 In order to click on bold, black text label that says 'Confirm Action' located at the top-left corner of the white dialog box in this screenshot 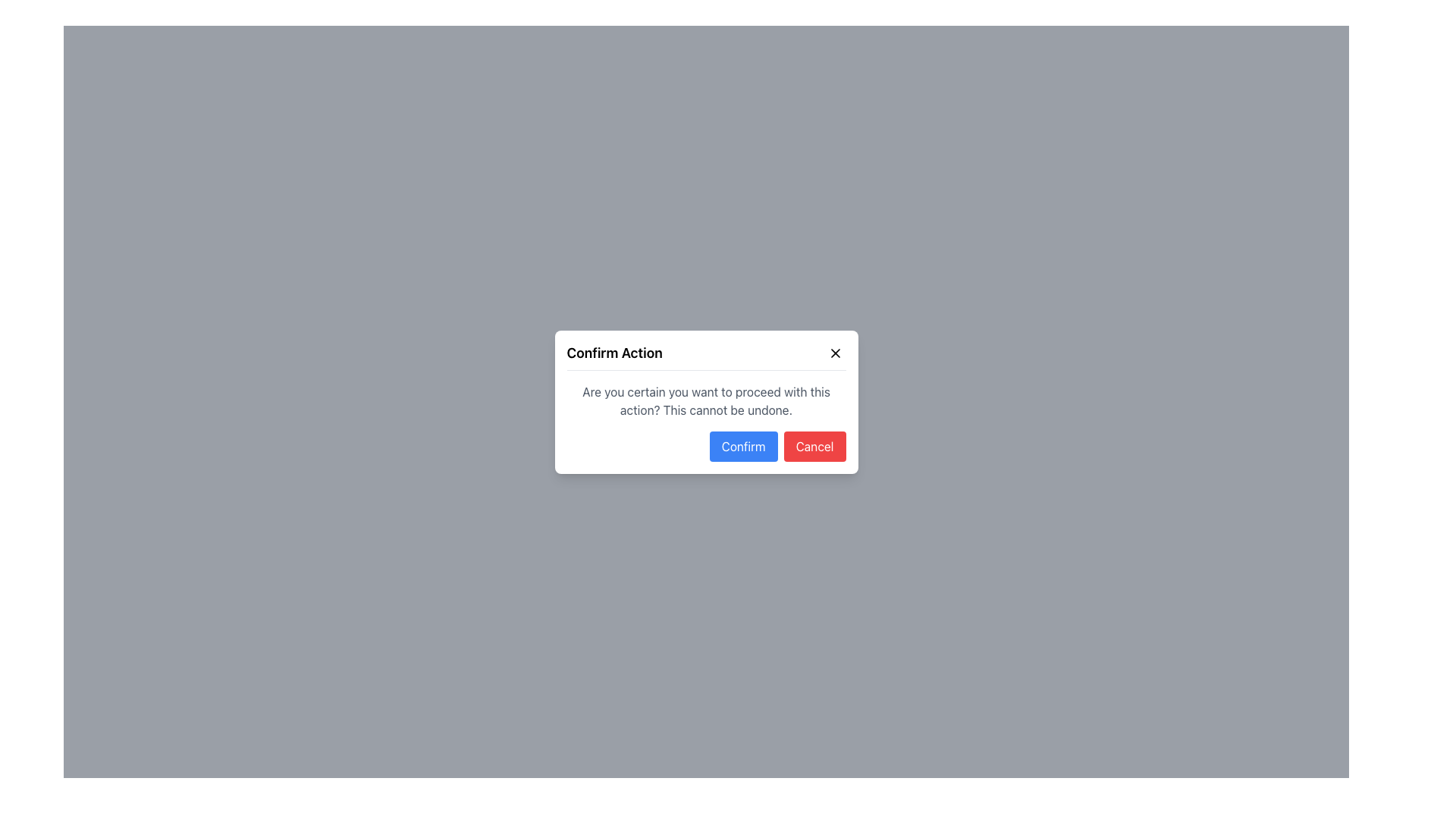, I will do `click(614, 353)`.